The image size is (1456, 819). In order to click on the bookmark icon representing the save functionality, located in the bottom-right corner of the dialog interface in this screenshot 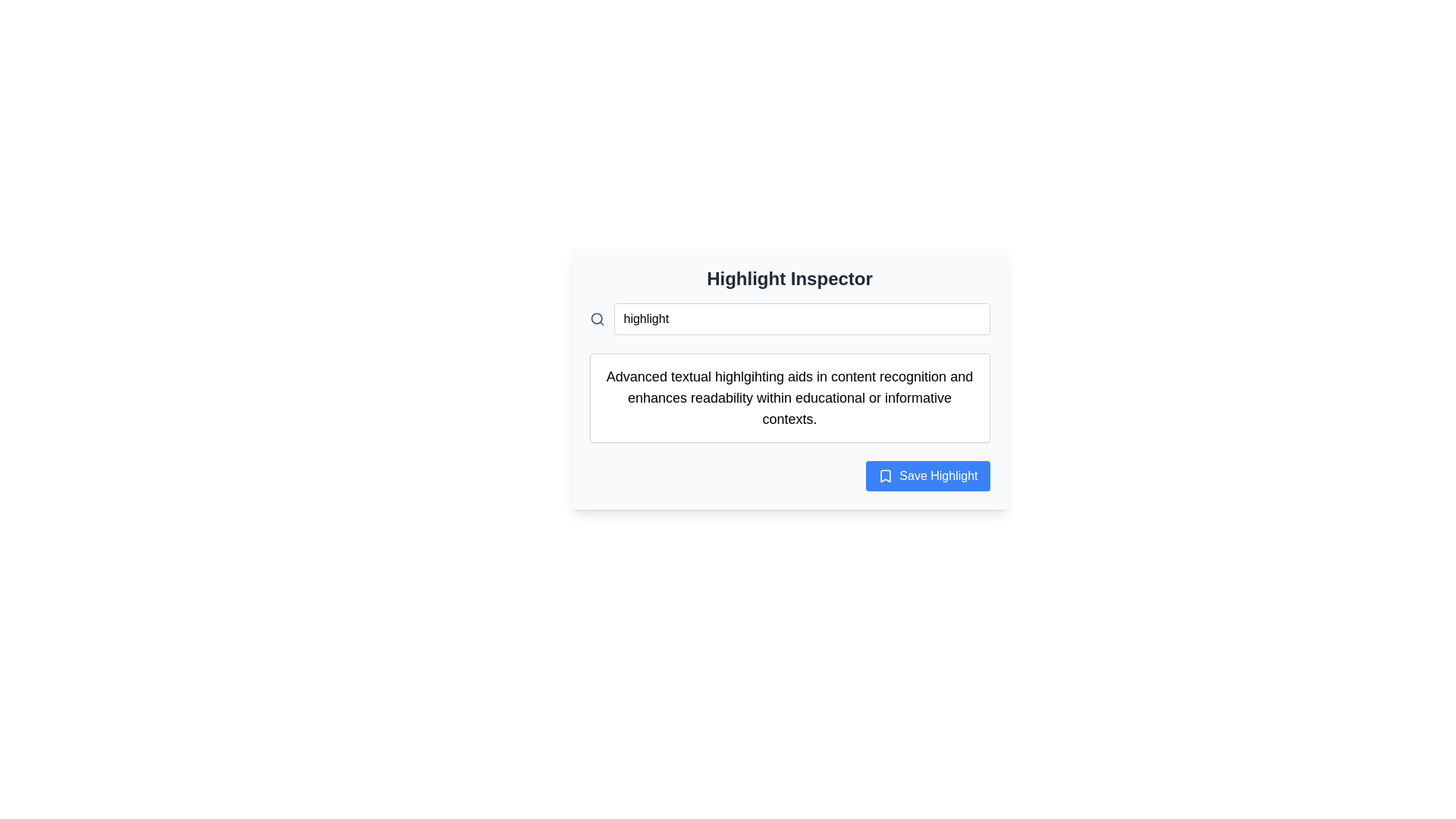, I will do `click(886, 475)`.